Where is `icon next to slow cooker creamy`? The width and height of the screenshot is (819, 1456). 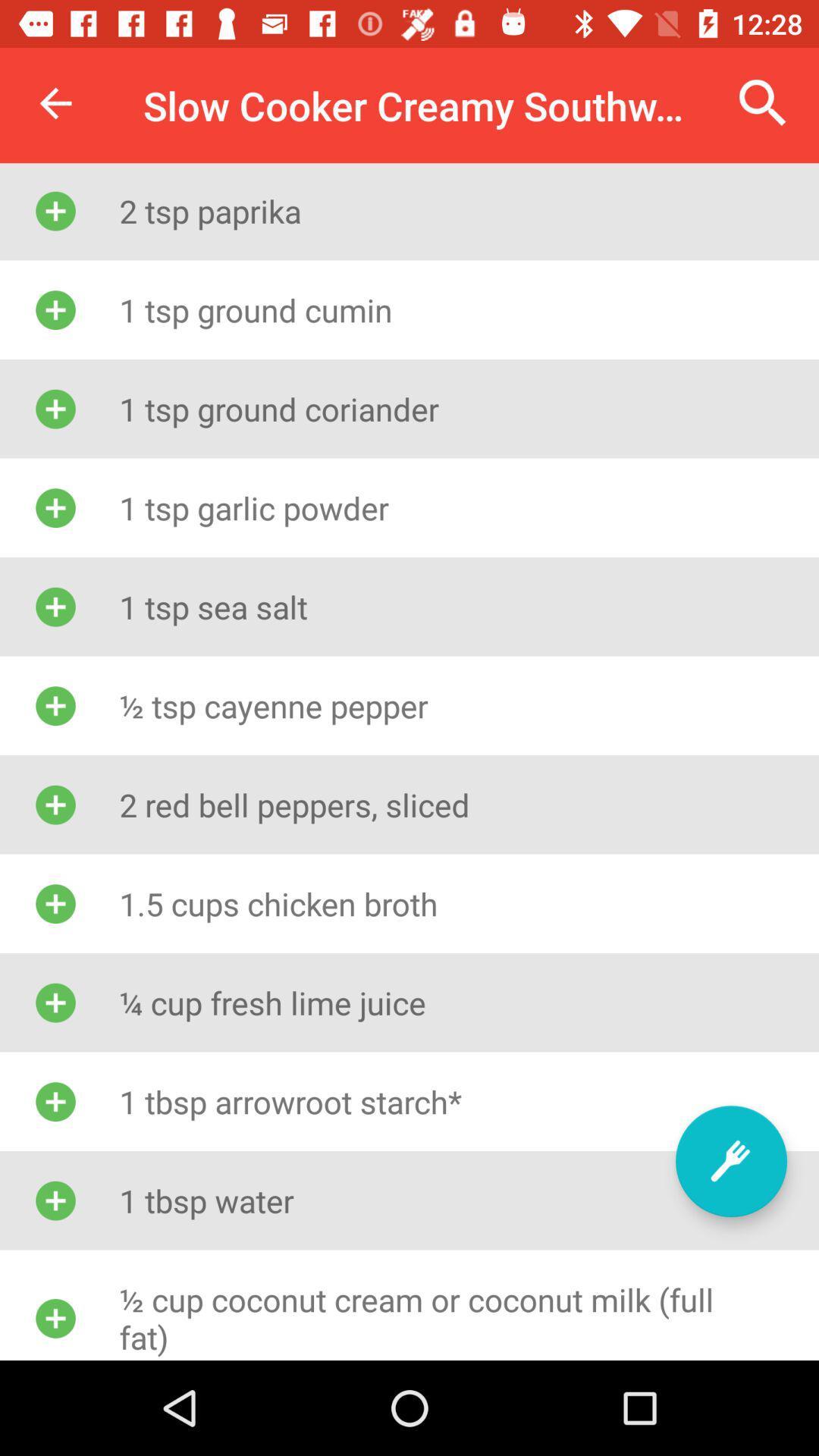 icon next to slow cooker creamy is located at coordinates (55, 102).